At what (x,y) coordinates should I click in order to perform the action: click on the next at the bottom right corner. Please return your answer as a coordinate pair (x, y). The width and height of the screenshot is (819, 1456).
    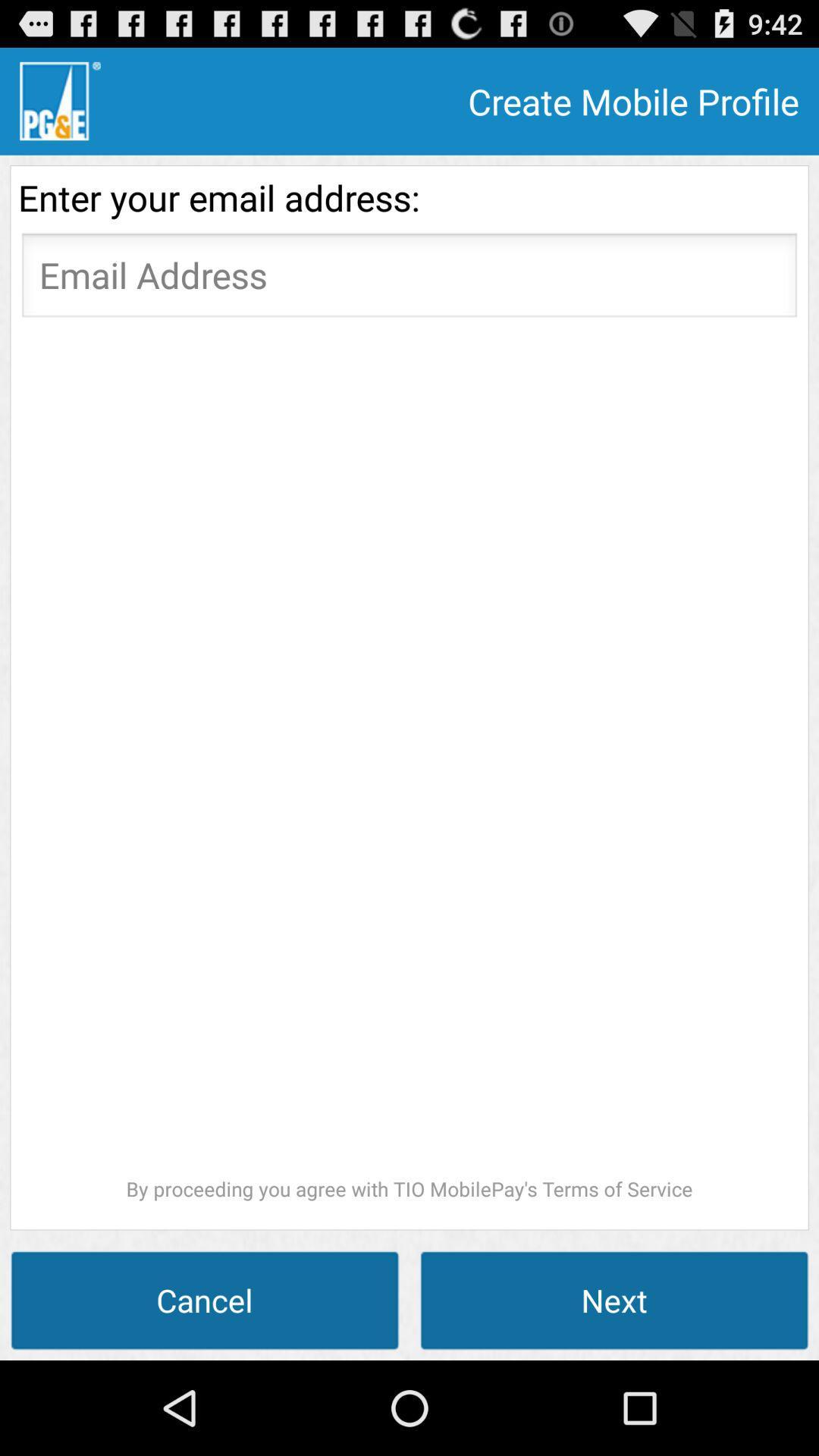
    Looking at the image, I should click on (614, 1299).